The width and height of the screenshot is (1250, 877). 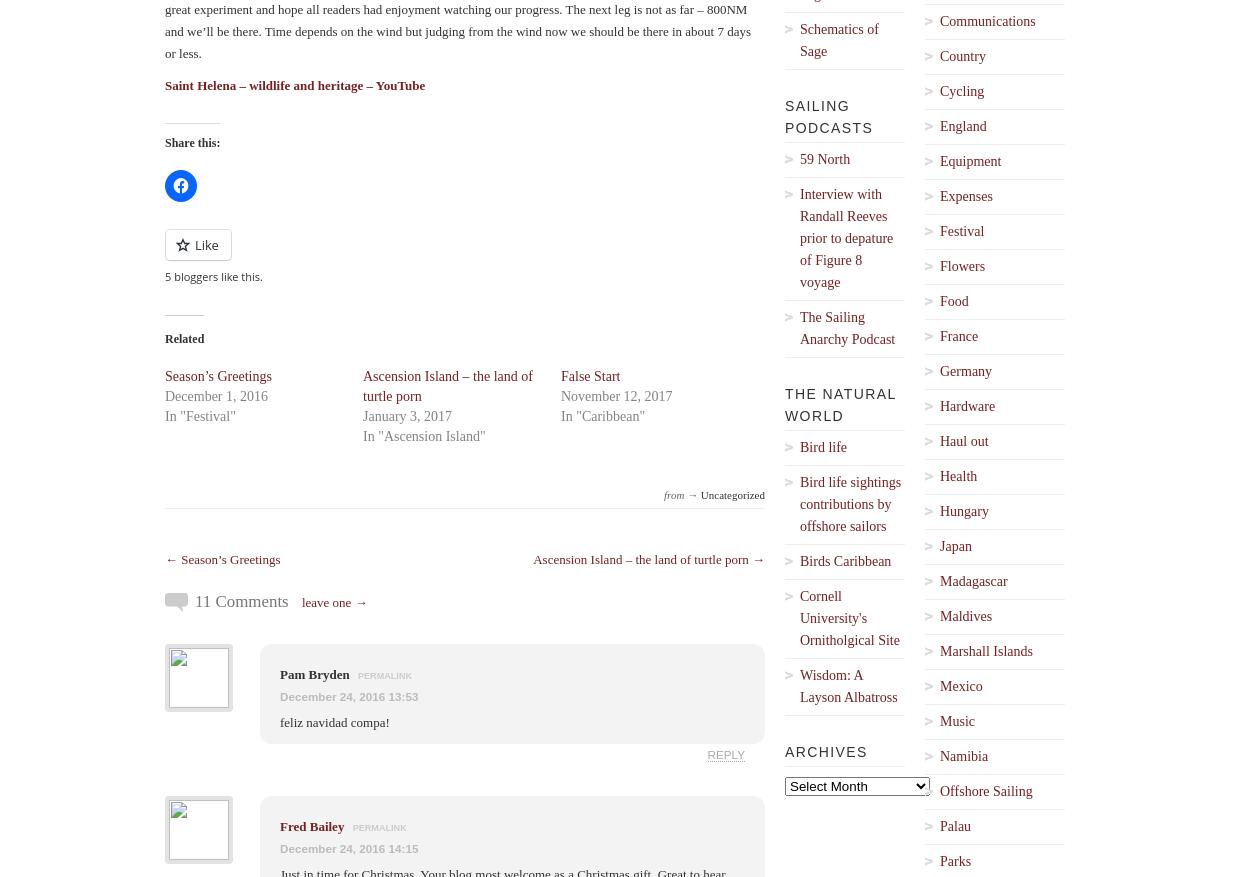 I want to click on 'Uncategorized', so click(x=731, y=493).